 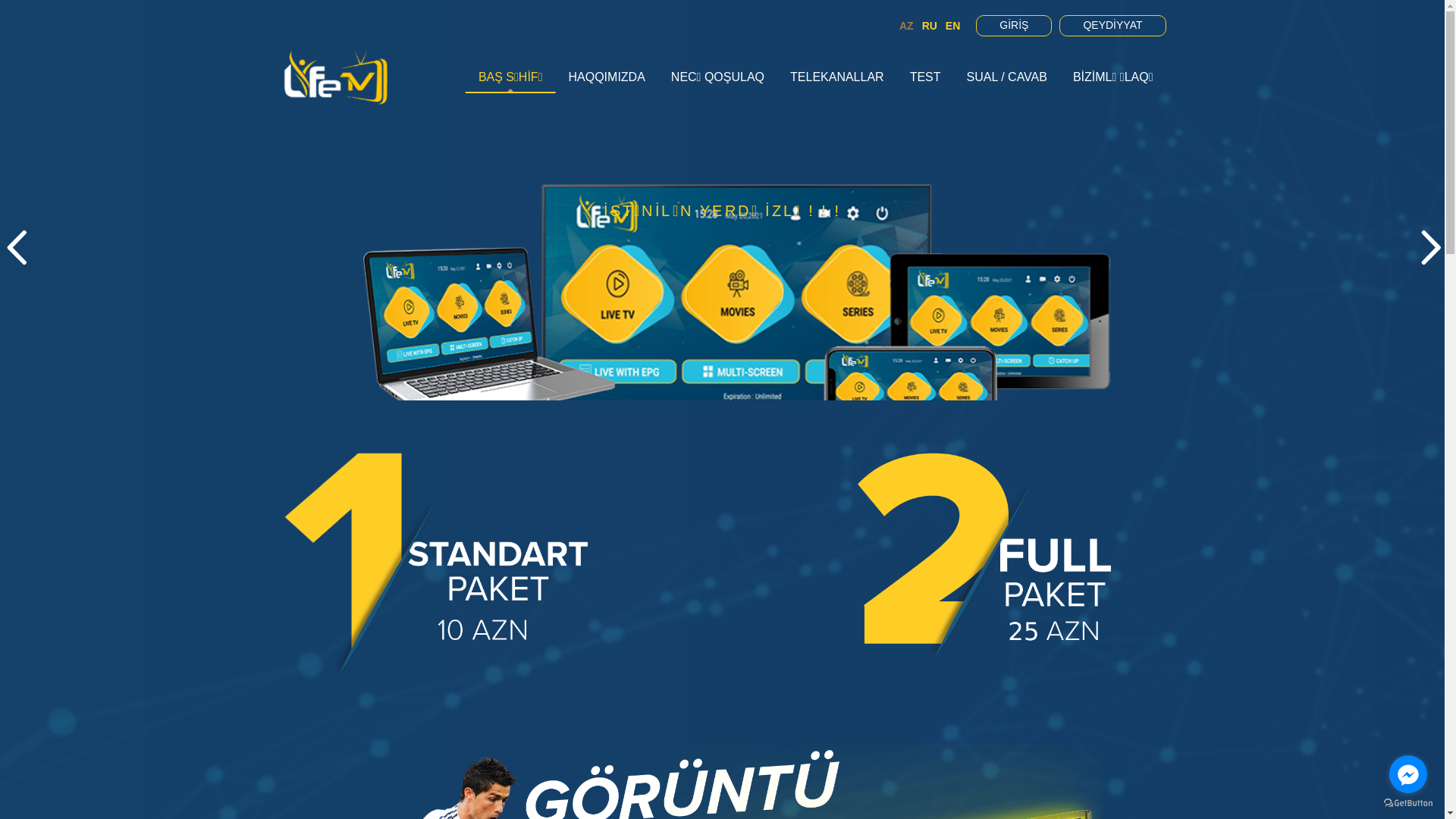 I want to click on 'SUAL / CAVAB', so click(x=1007, y=77).